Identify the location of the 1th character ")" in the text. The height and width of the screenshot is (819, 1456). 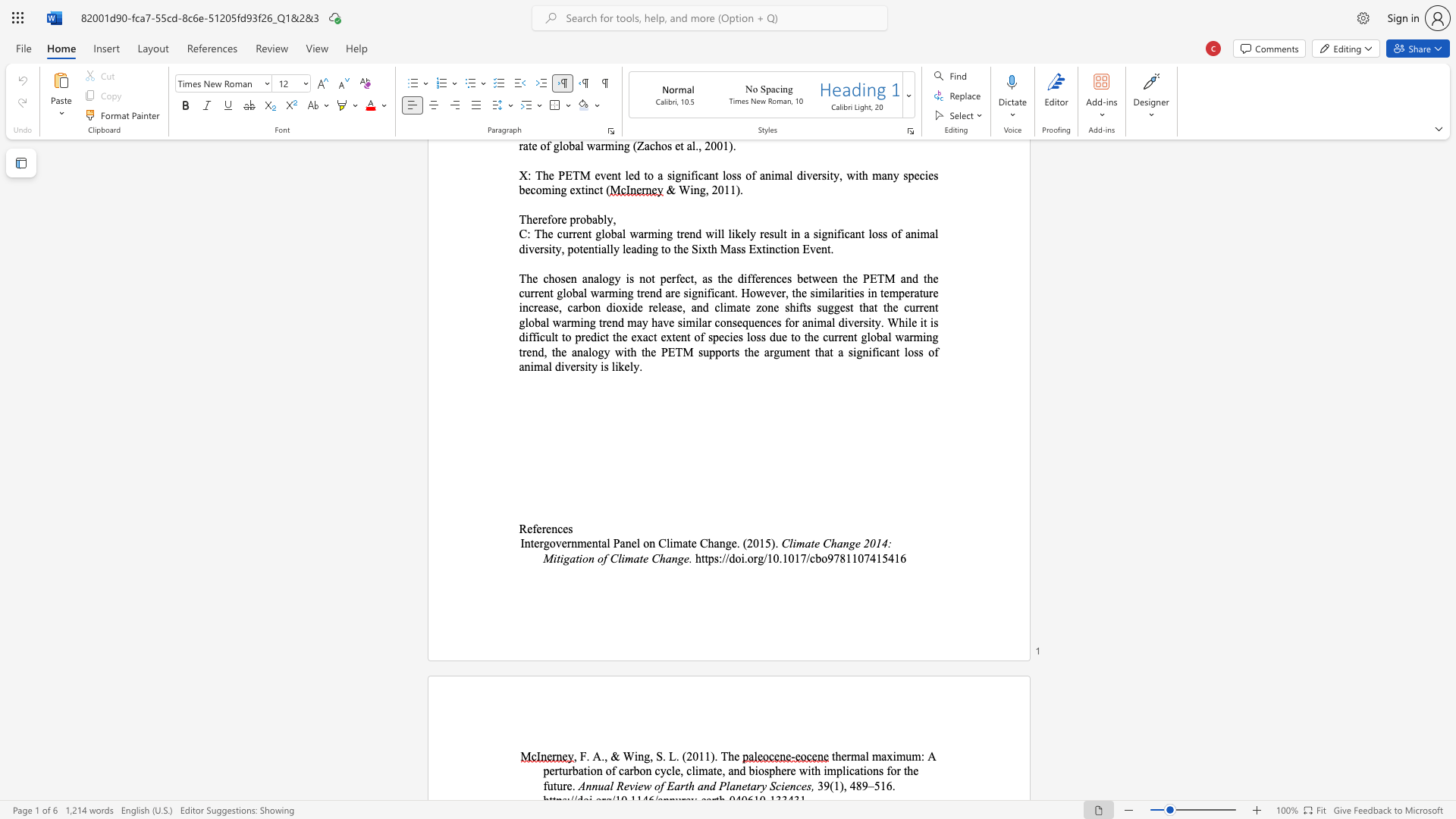
(711, 756).